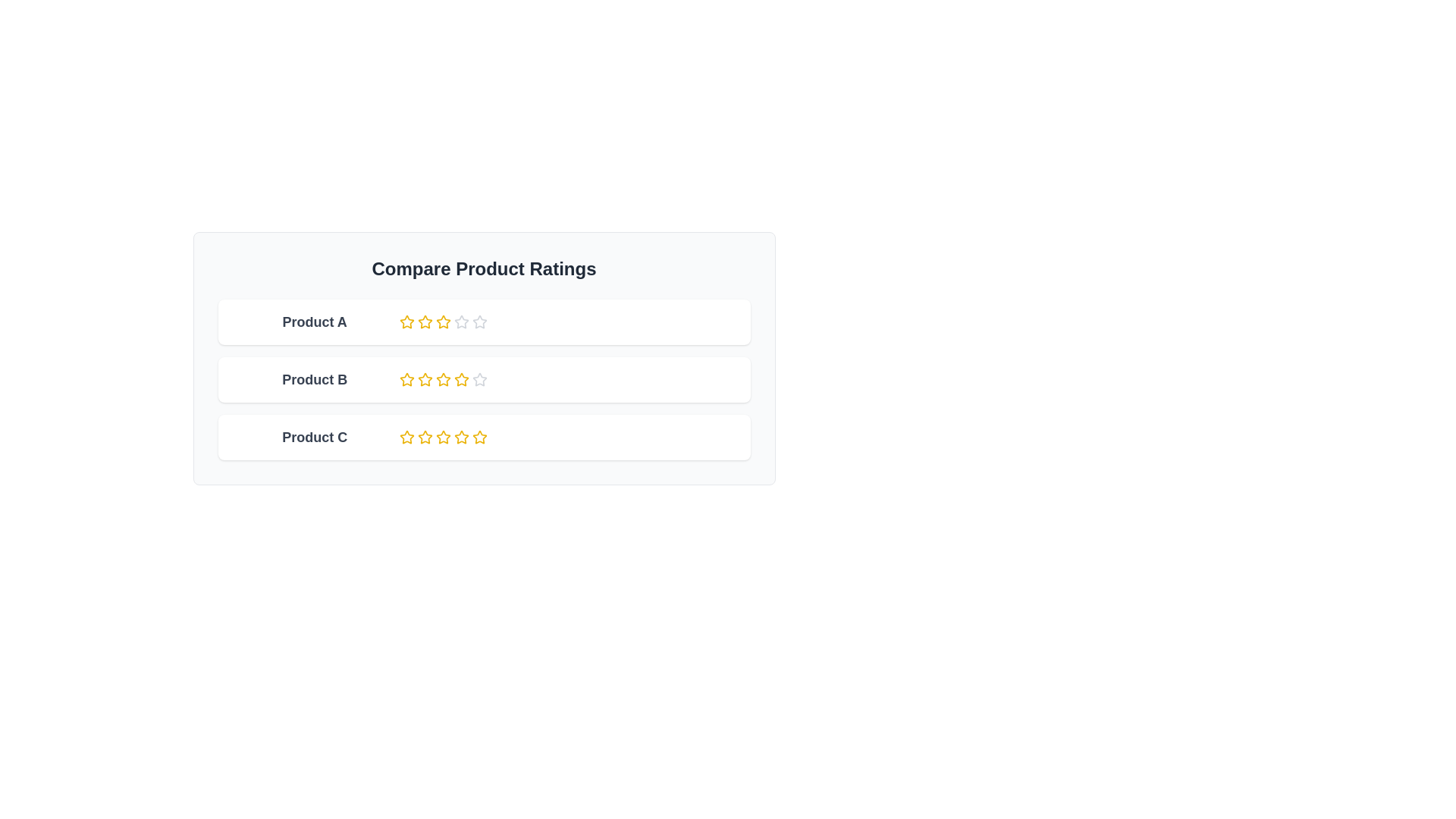 The image size is (1456, 819). What do you see at coordinates (425, 437) in the screenshot?
I see `the fourth star in the five-star rating for 'Product C' to rate it` at bounding box center [425, 437].